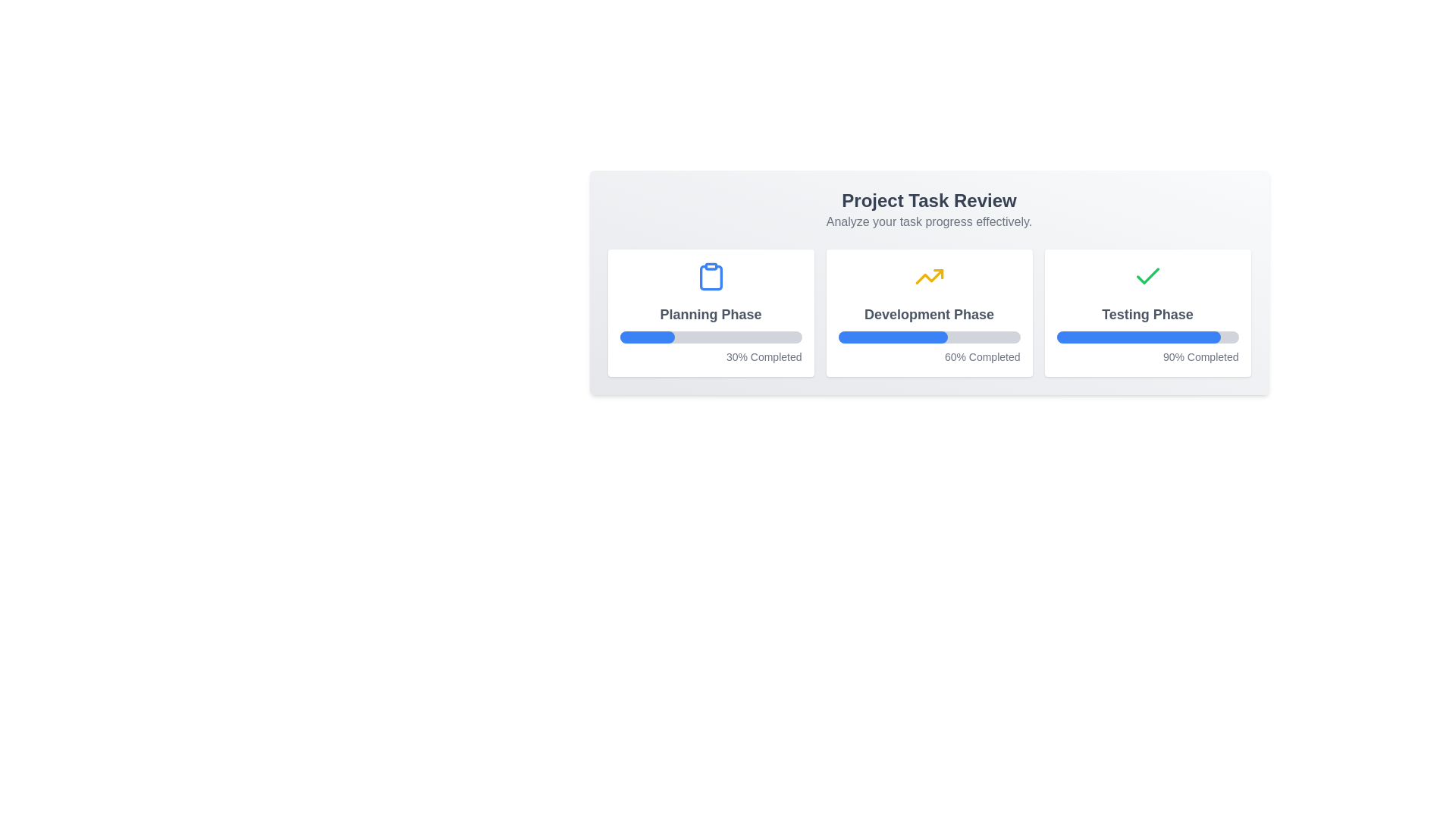 The height and width of the screenshot is (819, 1456). I want to click on text label displaying 'Planning Phase' located in the leftmost card, just below the icon and above the progress bar, so click(710, 314).